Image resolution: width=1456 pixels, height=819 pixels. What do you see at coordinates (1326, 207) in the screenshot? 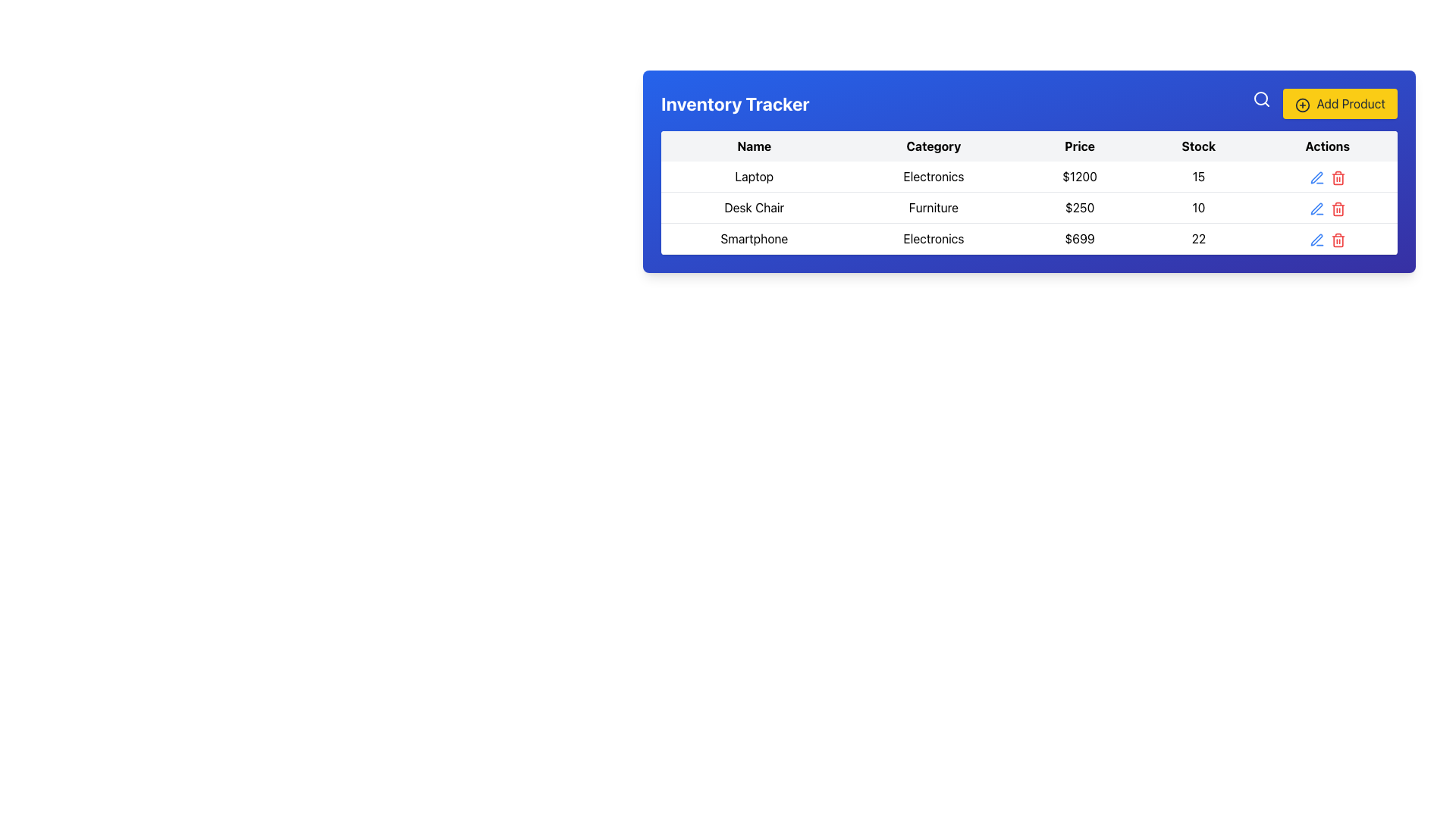
I see `the red trash can icon in the group of interactive icons located in the 'Actions' column of the second row corresponding to the 'Desk Chair' item` at bounding box center [1326, 207].